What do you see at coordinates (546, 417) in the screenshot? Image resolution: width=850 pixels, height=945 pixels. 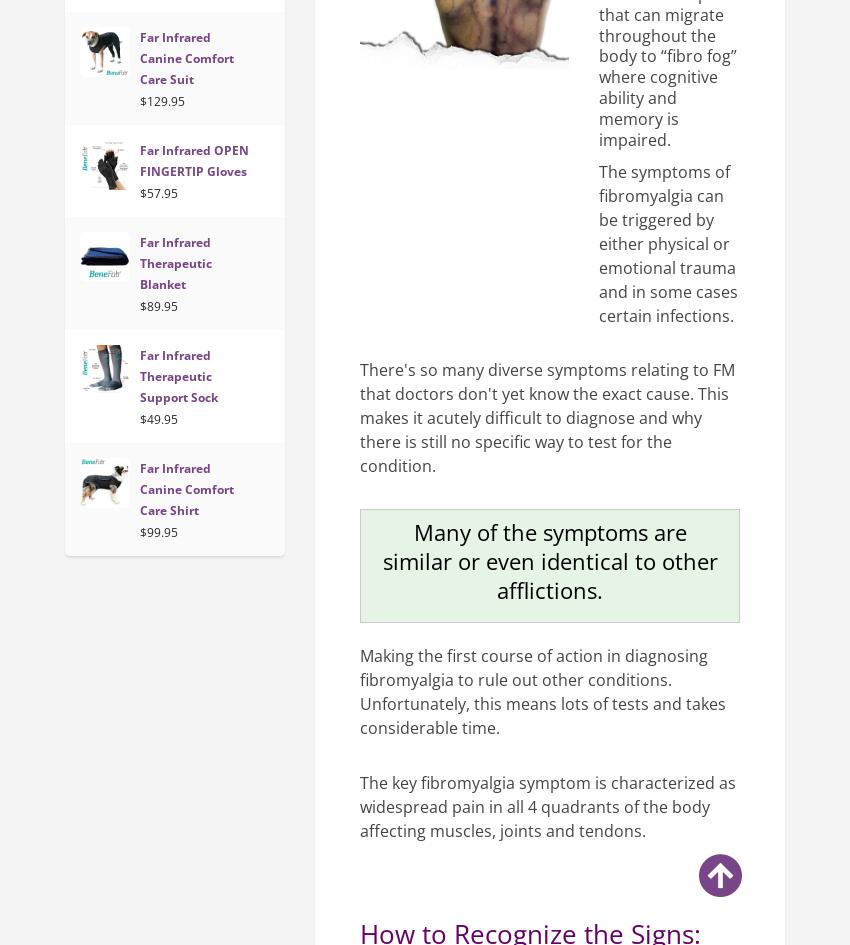 I see `'There's so many diverse symptoms relating to FM that doctors don't yet know the exact cause. This makes it acutely difficult to diagnose and why there is still no specific way to test for the condition.'` at bounding box center [546, 417].